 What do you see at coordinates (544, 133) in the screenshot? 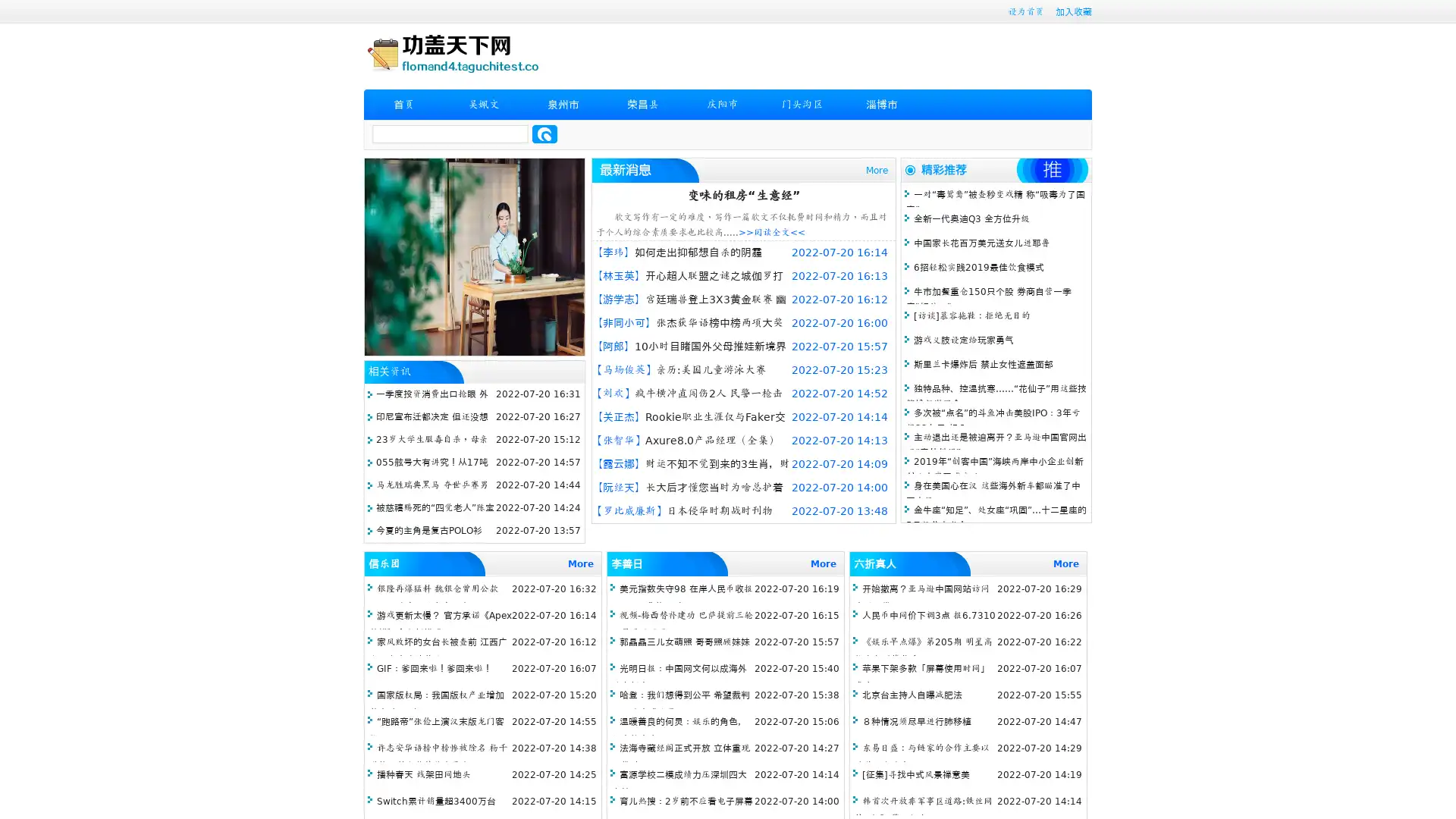
I see `Search` at bounding box center [544, 133].